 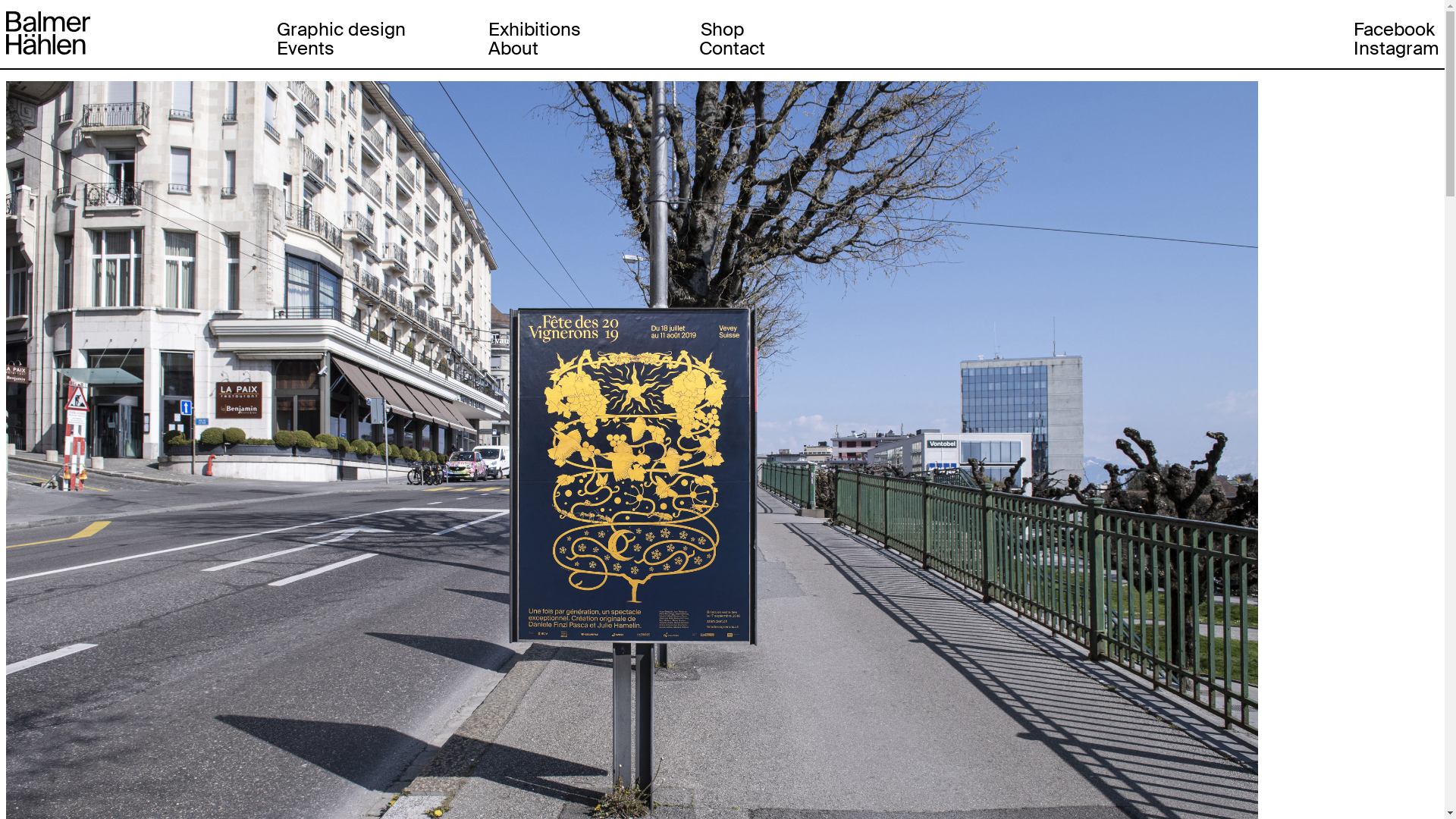 What do you see at coordinates (698, 47) in the screenshot?
I see `'Contact'` at bounding box center [698, 47].